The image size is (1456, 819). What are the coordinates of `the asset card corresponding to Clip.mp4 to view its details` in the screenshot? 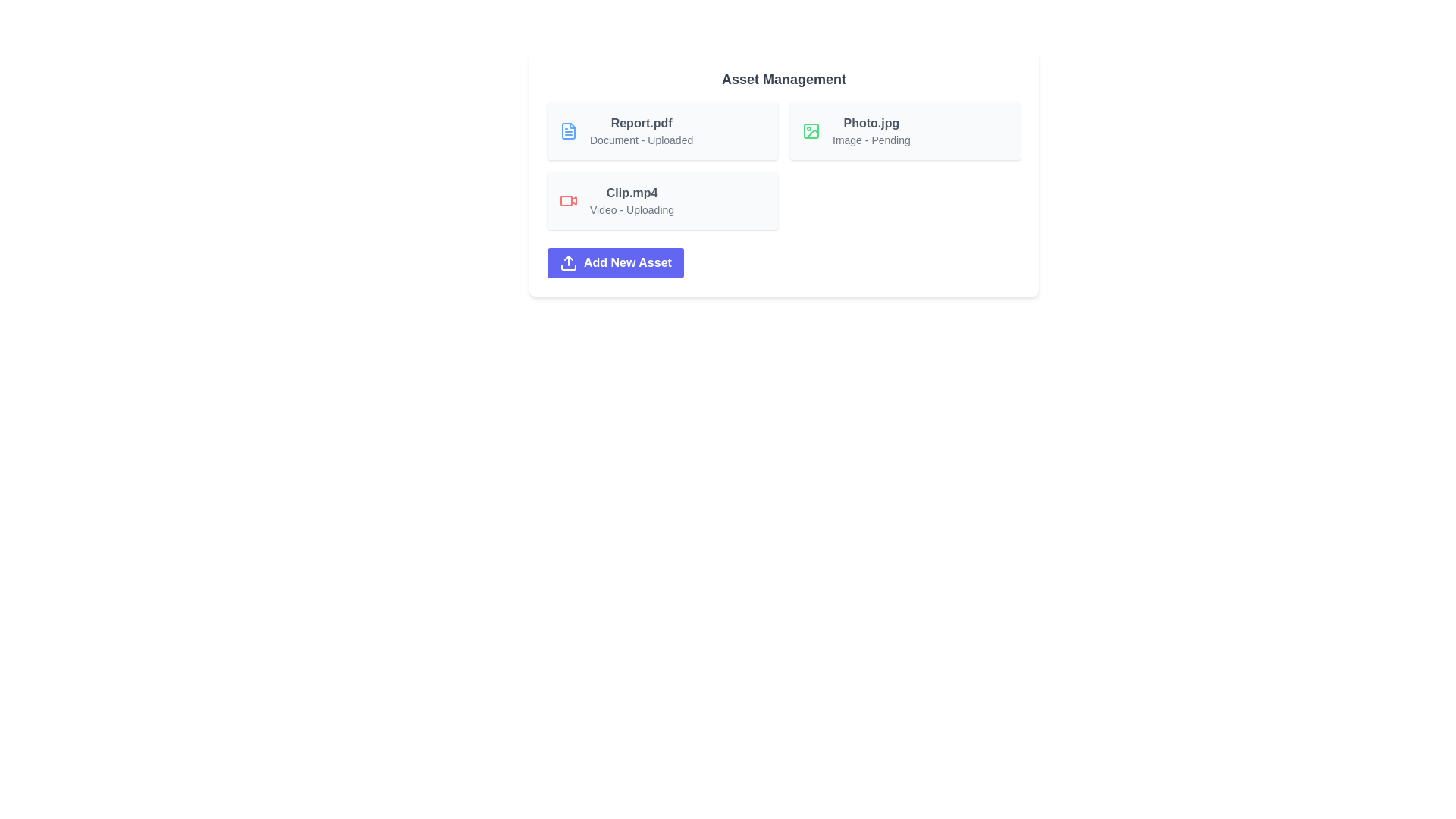 It's located at (662, 200).